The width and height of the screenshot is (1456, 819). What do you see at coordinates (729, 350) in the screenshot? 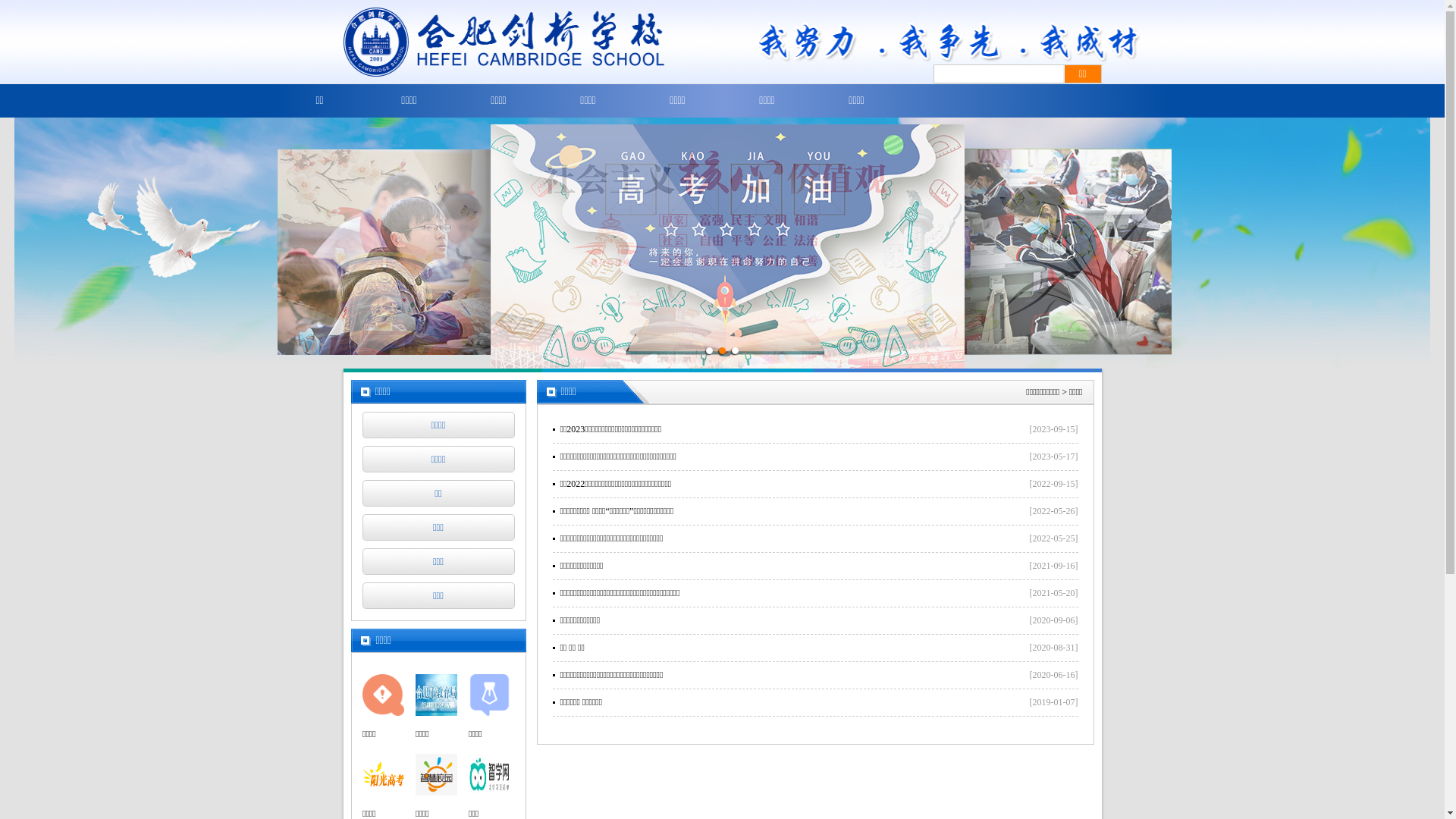
I see `'3'` at bounding box center [729, 350].